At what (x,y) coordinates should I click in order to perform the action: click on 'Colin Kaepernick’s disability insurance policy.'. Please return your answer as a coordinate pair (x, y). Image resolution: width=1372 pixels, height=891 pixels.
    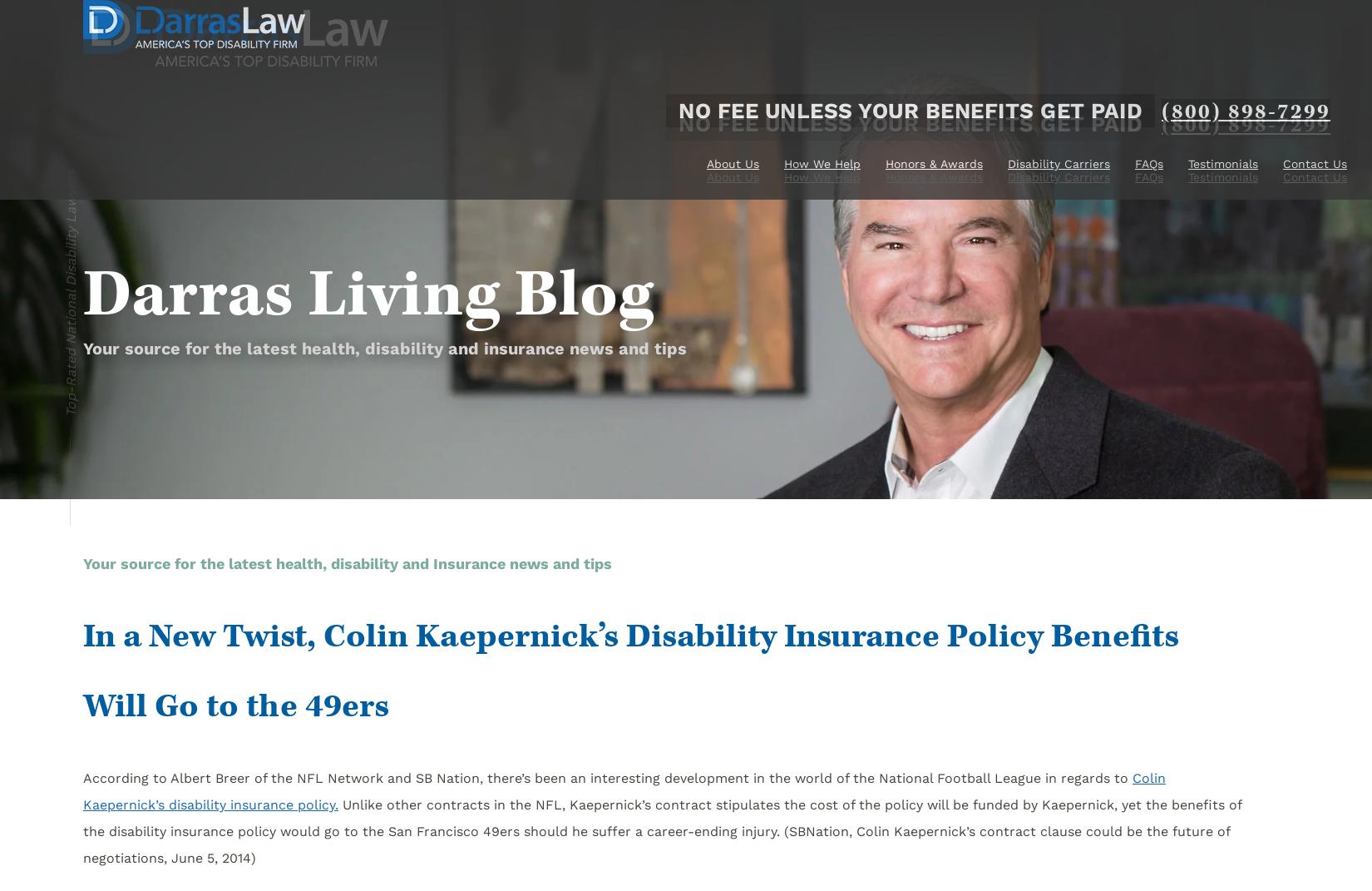
    Looking at the image, I should click on (624, 790).